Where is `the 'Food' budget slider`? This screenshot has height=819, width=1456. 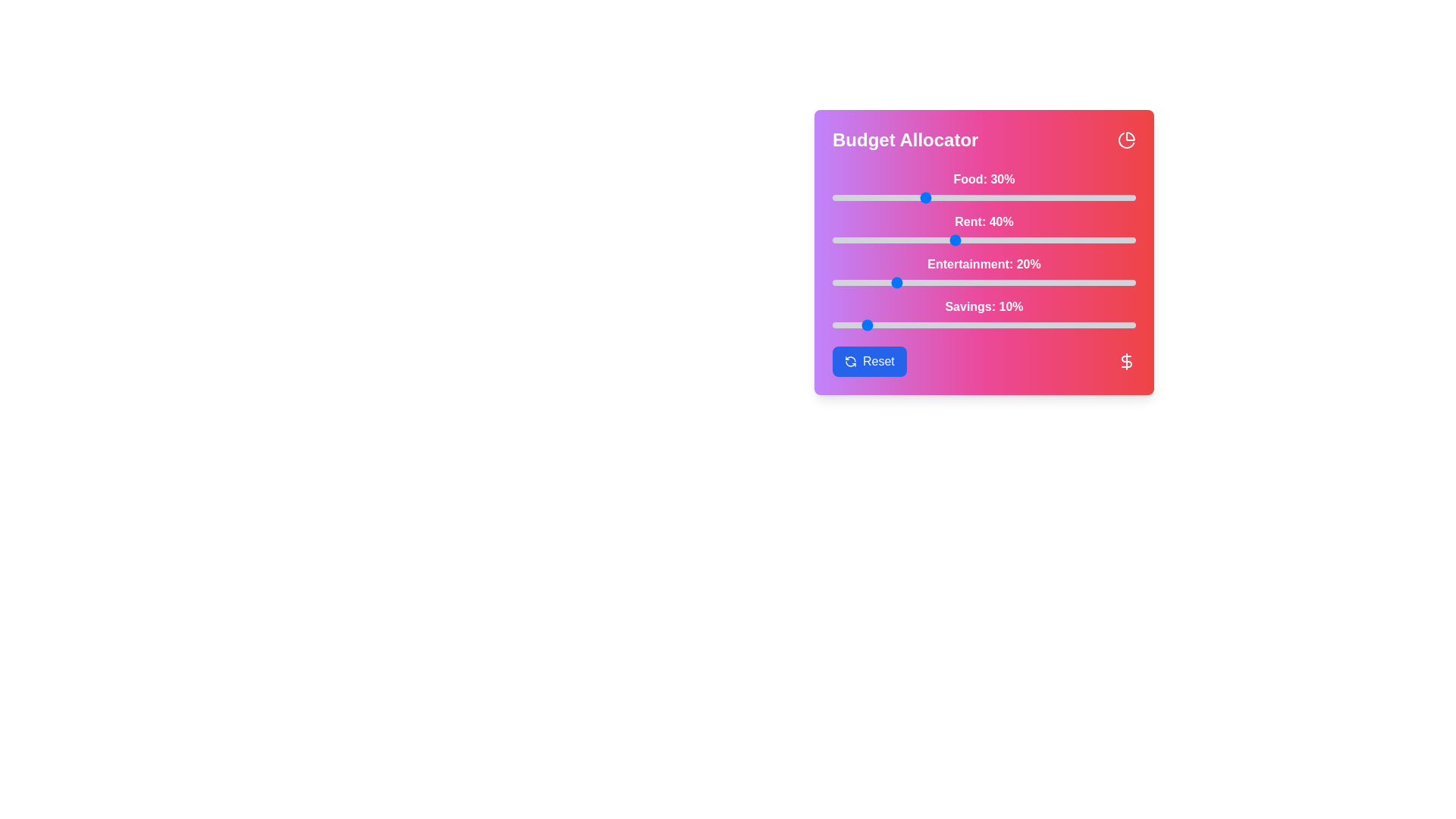
the 'Food' budget slider is located at coordinates (905, 197).